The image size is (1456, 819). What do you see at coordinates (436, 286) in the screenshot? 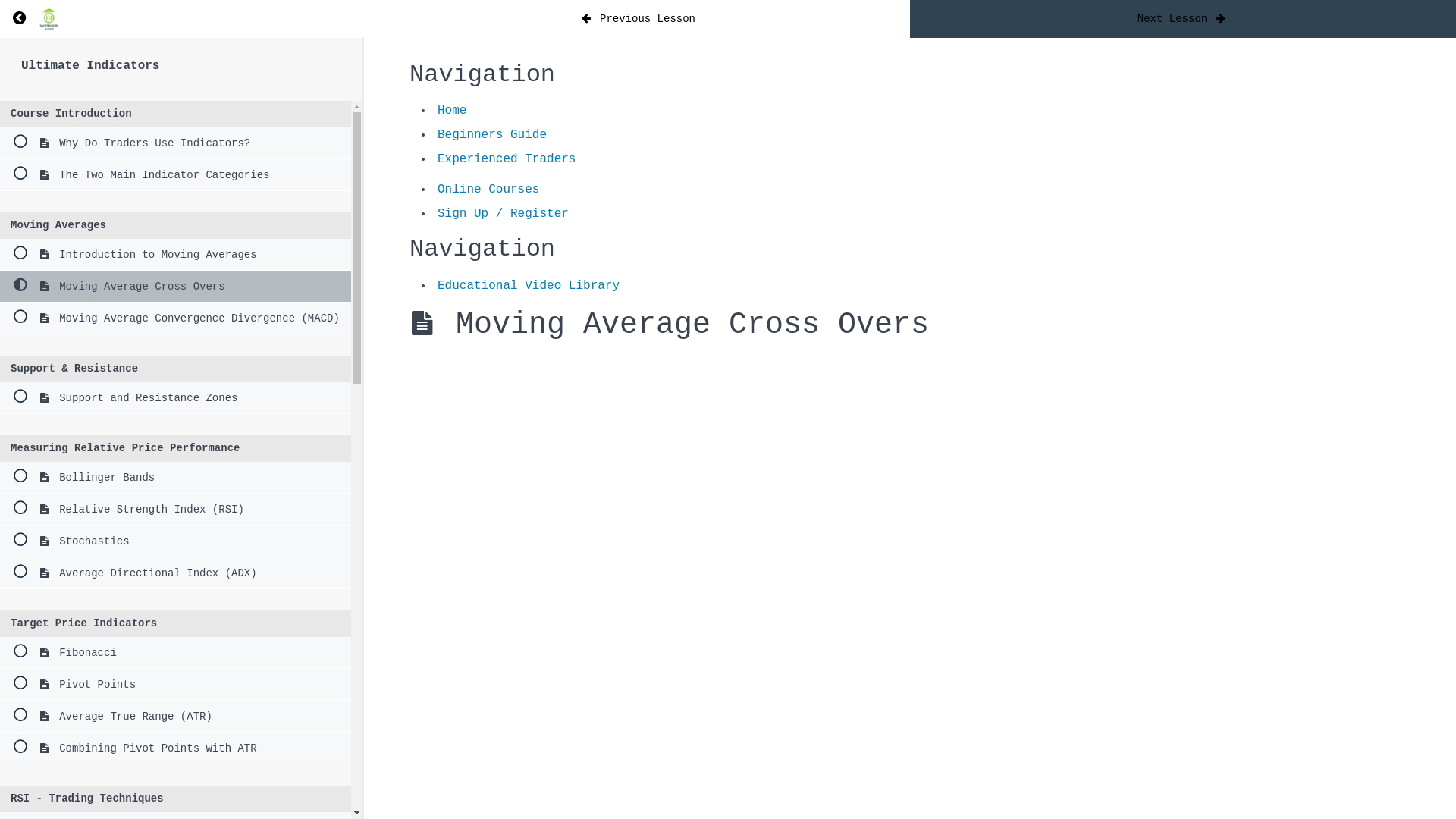
I see `'Educational Video Library'` at bounding box center [436, 286].